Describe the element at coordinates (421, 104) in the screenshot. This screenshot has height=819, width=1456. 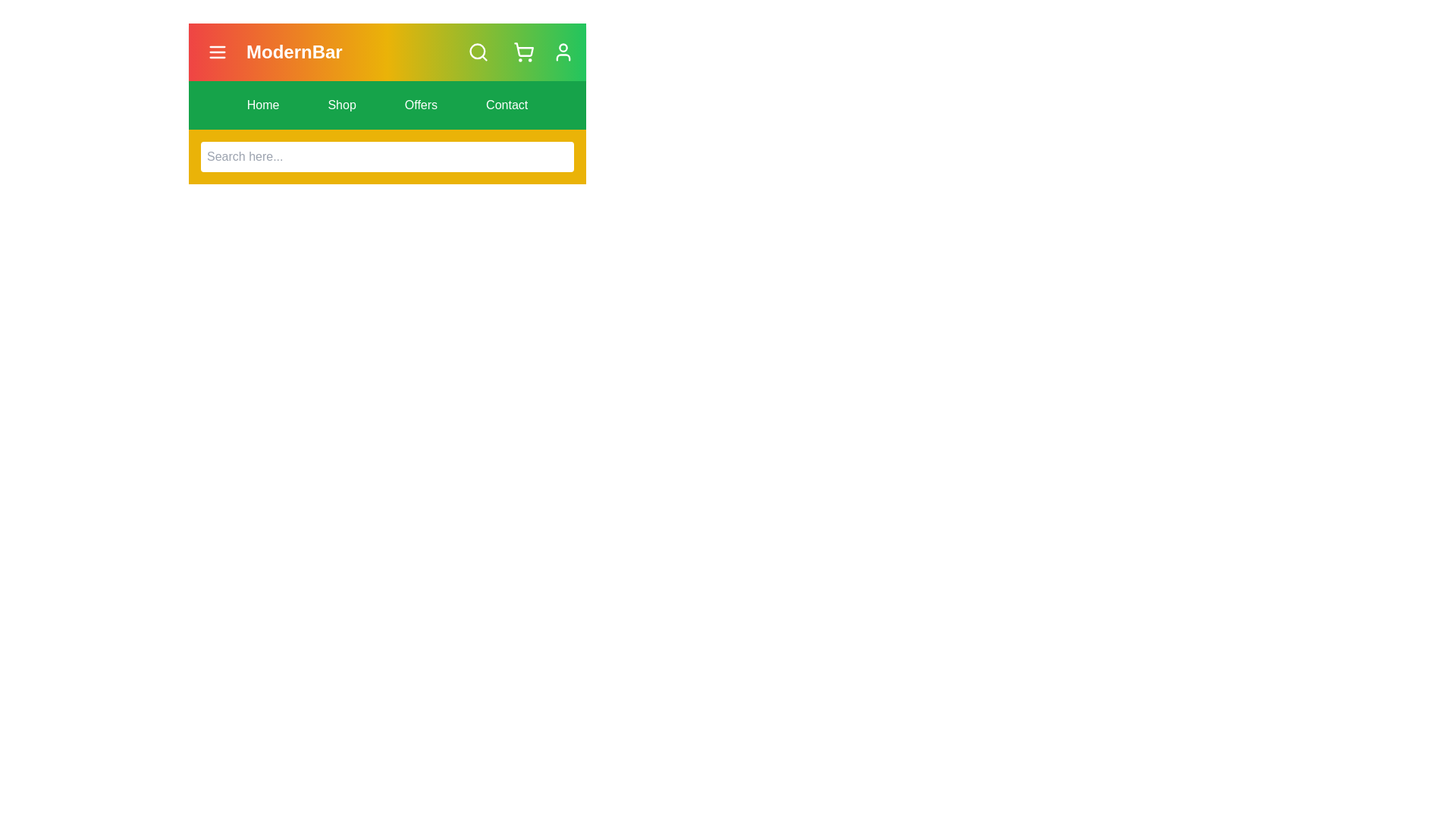
I see `the navigation menu item labeled Offers` at that location.